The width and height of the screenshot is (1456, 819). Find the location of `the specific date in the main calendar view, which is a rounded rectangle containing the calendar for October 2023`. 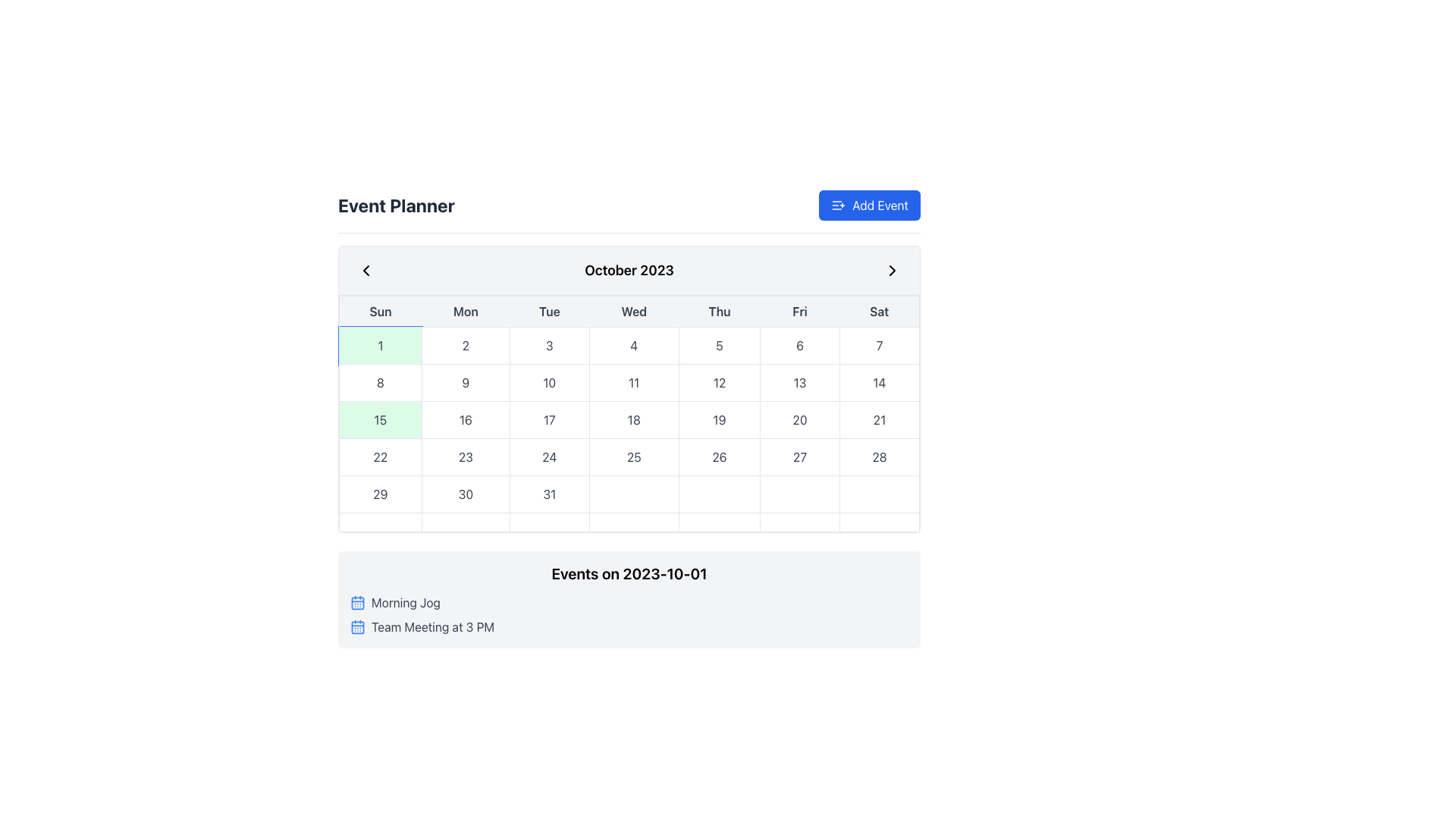

the specific date in the main calendar view, which is a rounded rectangle containing the calendar for October 2023 is located at coordinates (629, 388).